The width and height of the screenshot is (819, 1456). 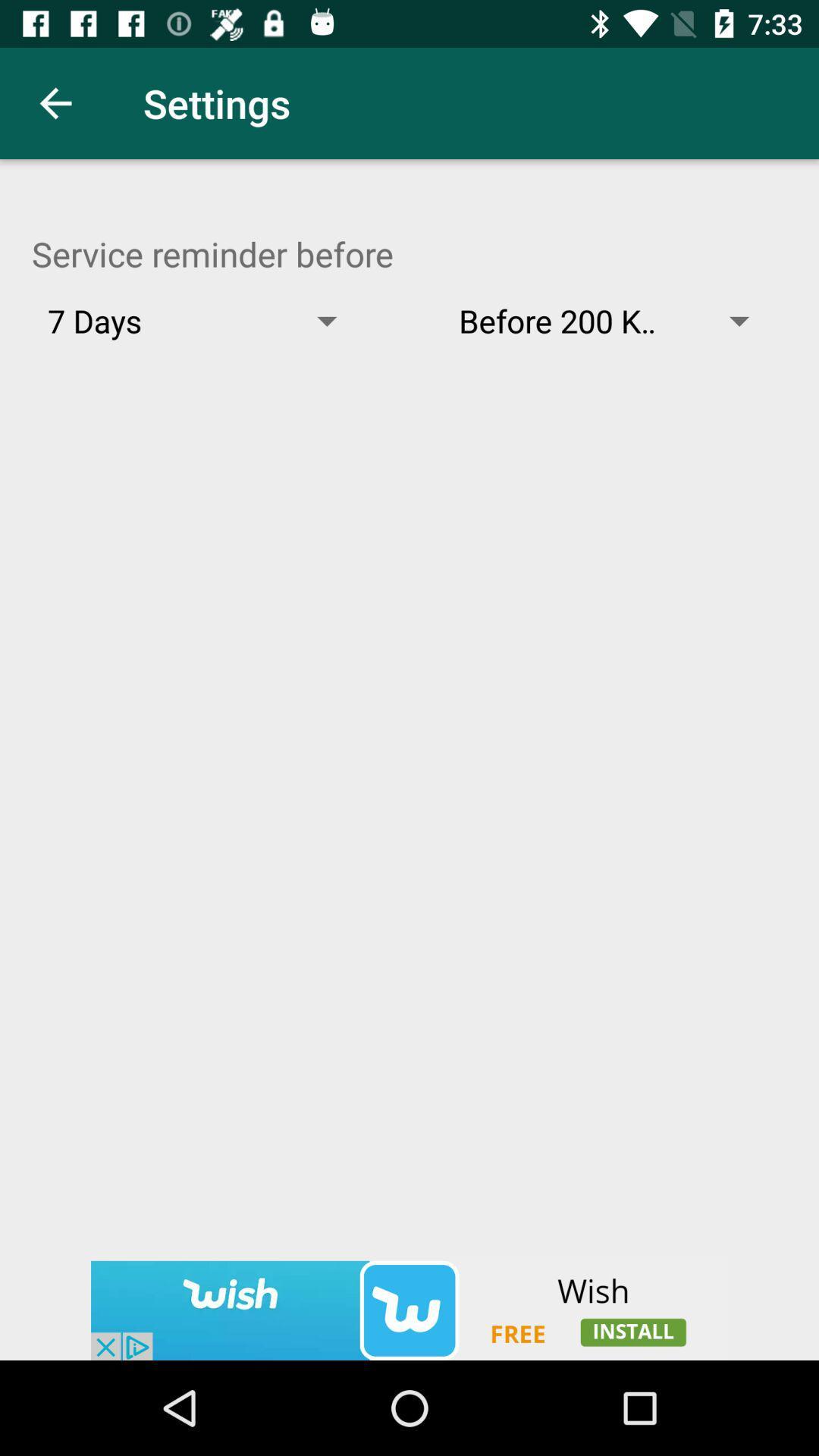 What do you see at coordinates (409, 1310) in the screenshot?
I see `advertisement` at bounding box center [409, 1310].